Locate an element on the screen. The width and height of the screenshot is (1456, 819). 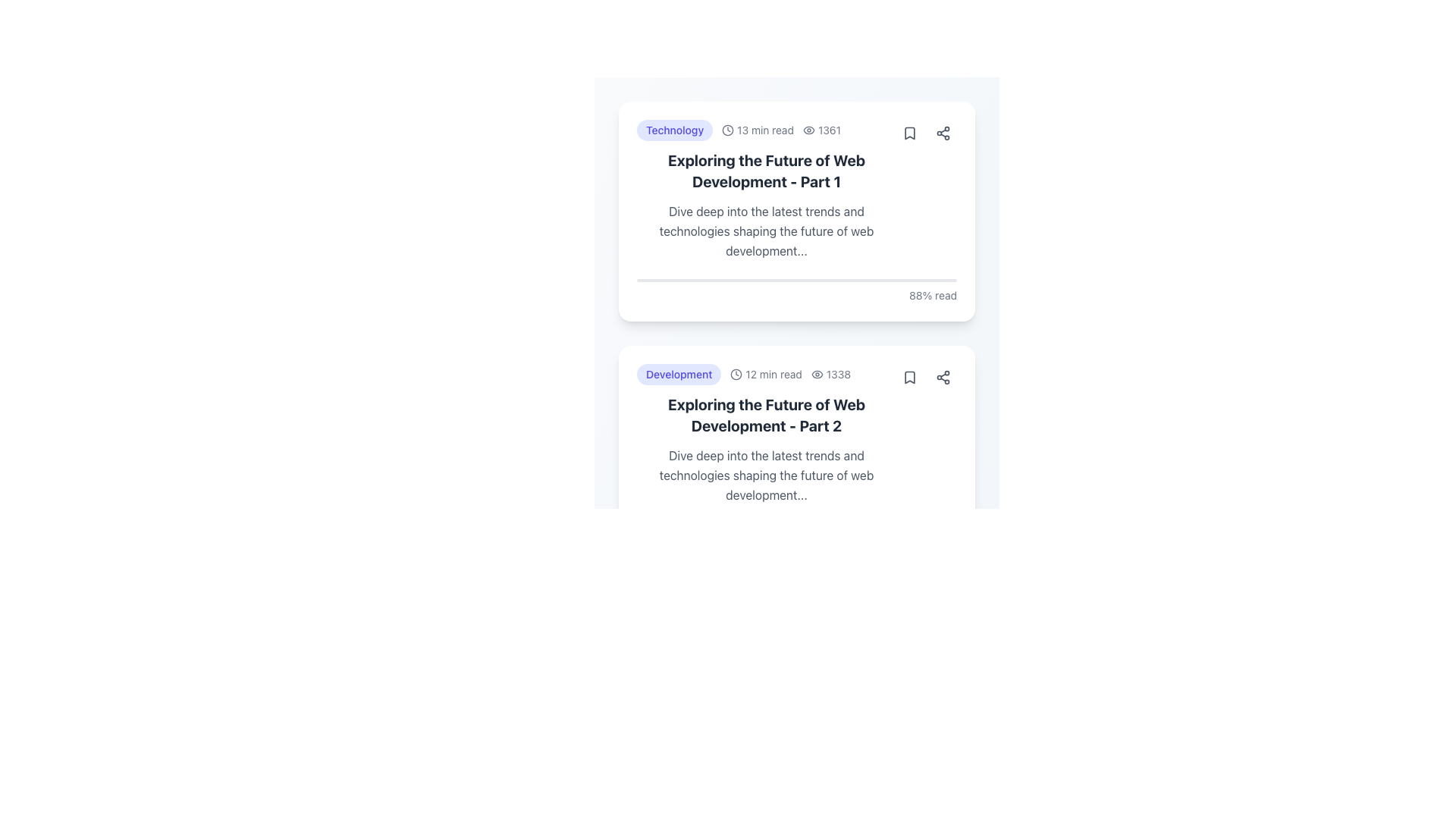
the interactive icons in the group located at the top-right corner of the information card labeled 'Exploring the Future of Web Development - Part 1' is located at coordinates (926, 133).